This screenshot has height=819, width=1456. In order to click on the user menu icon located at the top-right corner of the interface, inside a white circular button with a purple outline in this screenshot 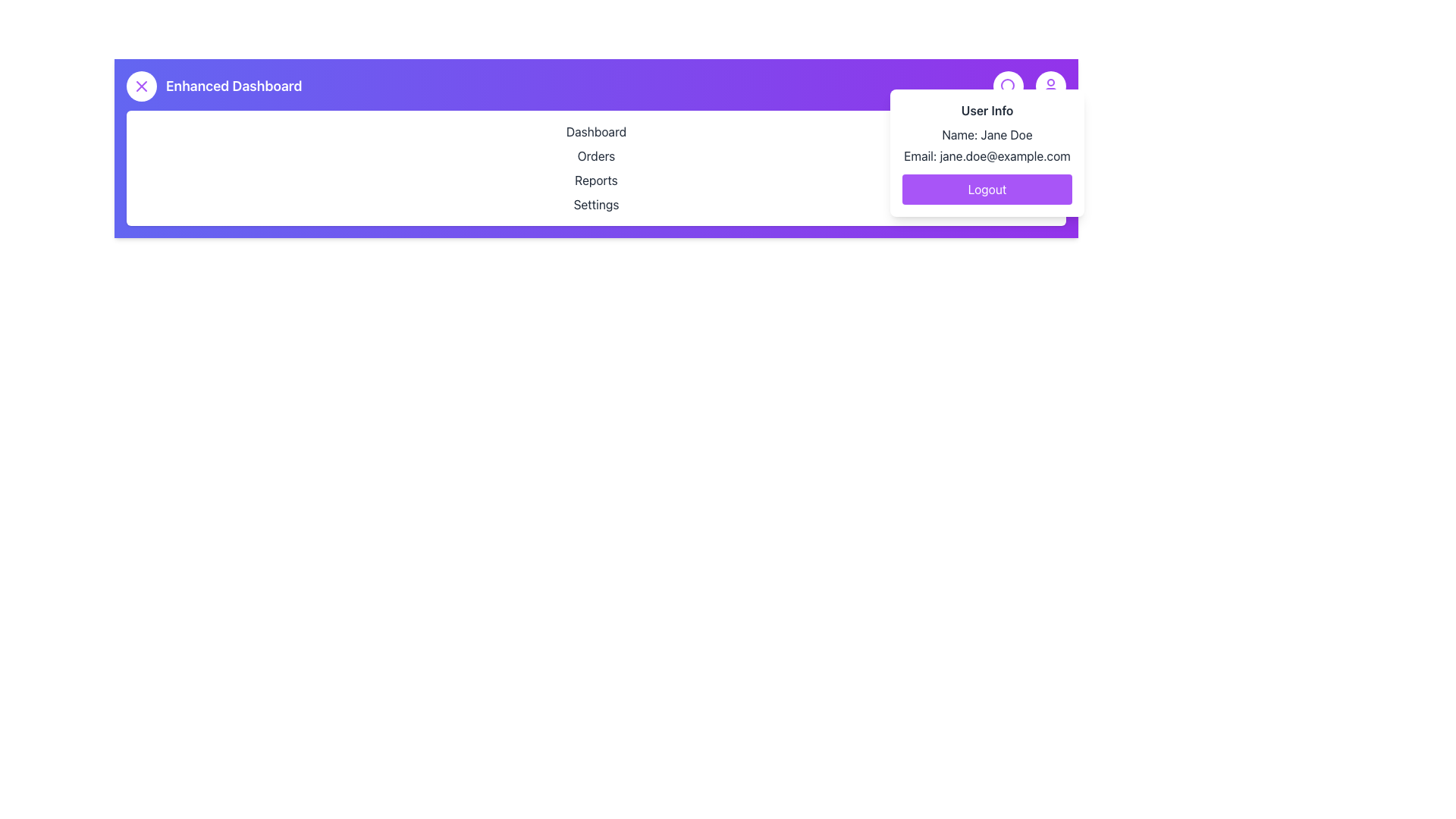, I will do `click(1050, 86)`.